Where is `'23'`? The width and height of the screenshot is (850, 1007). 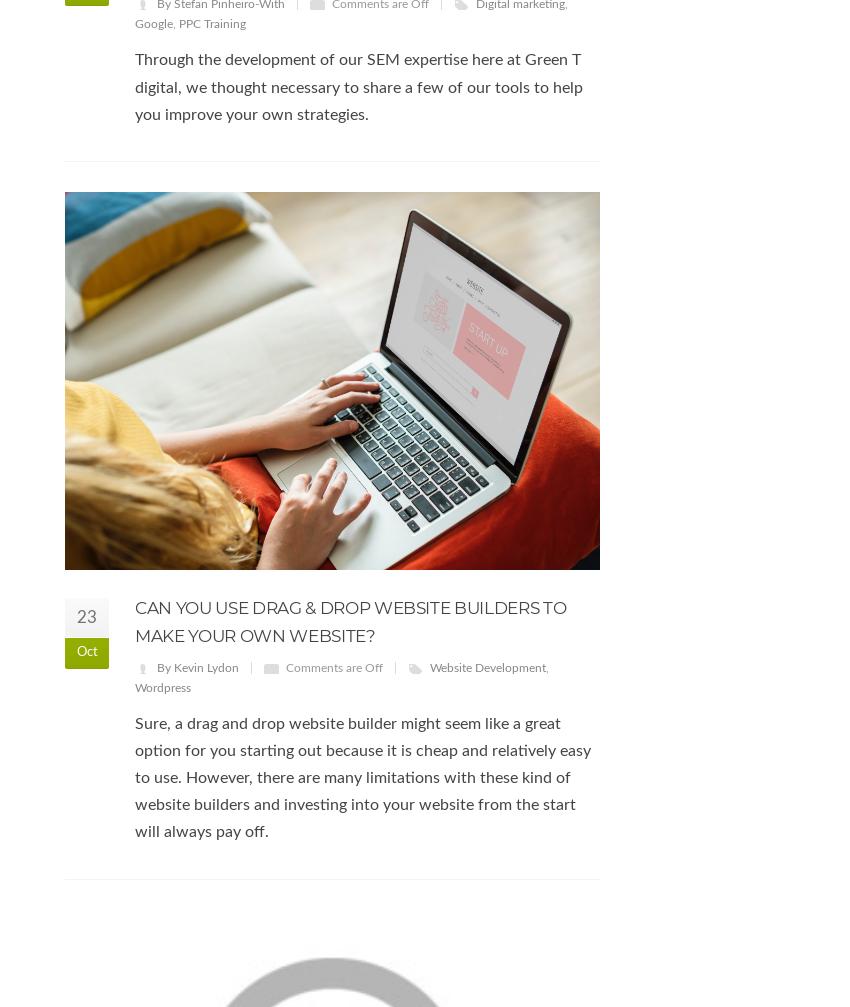
'23' is located at coordinates (77, 615).